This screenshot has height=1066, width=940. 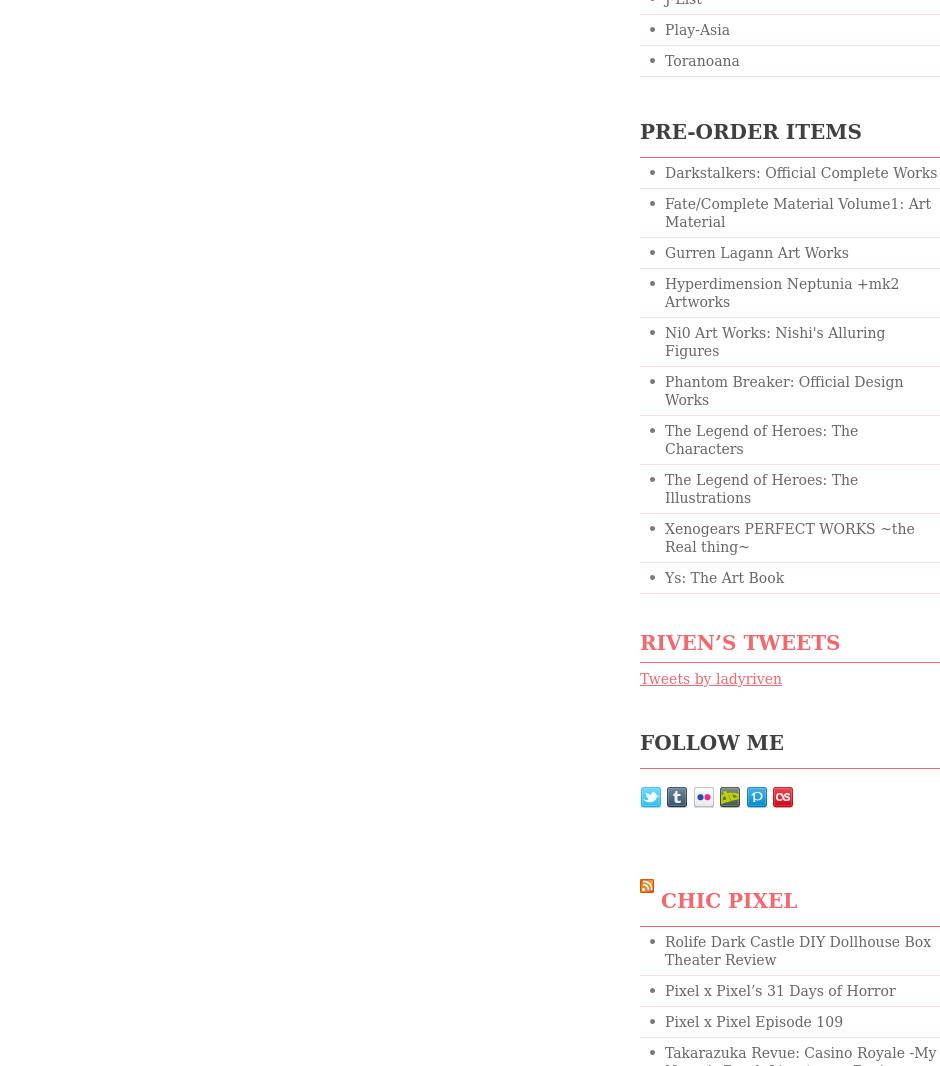 What do you see at coordinates (640, 642) in the screenshot?
I see `'Riven’s Tweets'` at bounding box center [640, 642].